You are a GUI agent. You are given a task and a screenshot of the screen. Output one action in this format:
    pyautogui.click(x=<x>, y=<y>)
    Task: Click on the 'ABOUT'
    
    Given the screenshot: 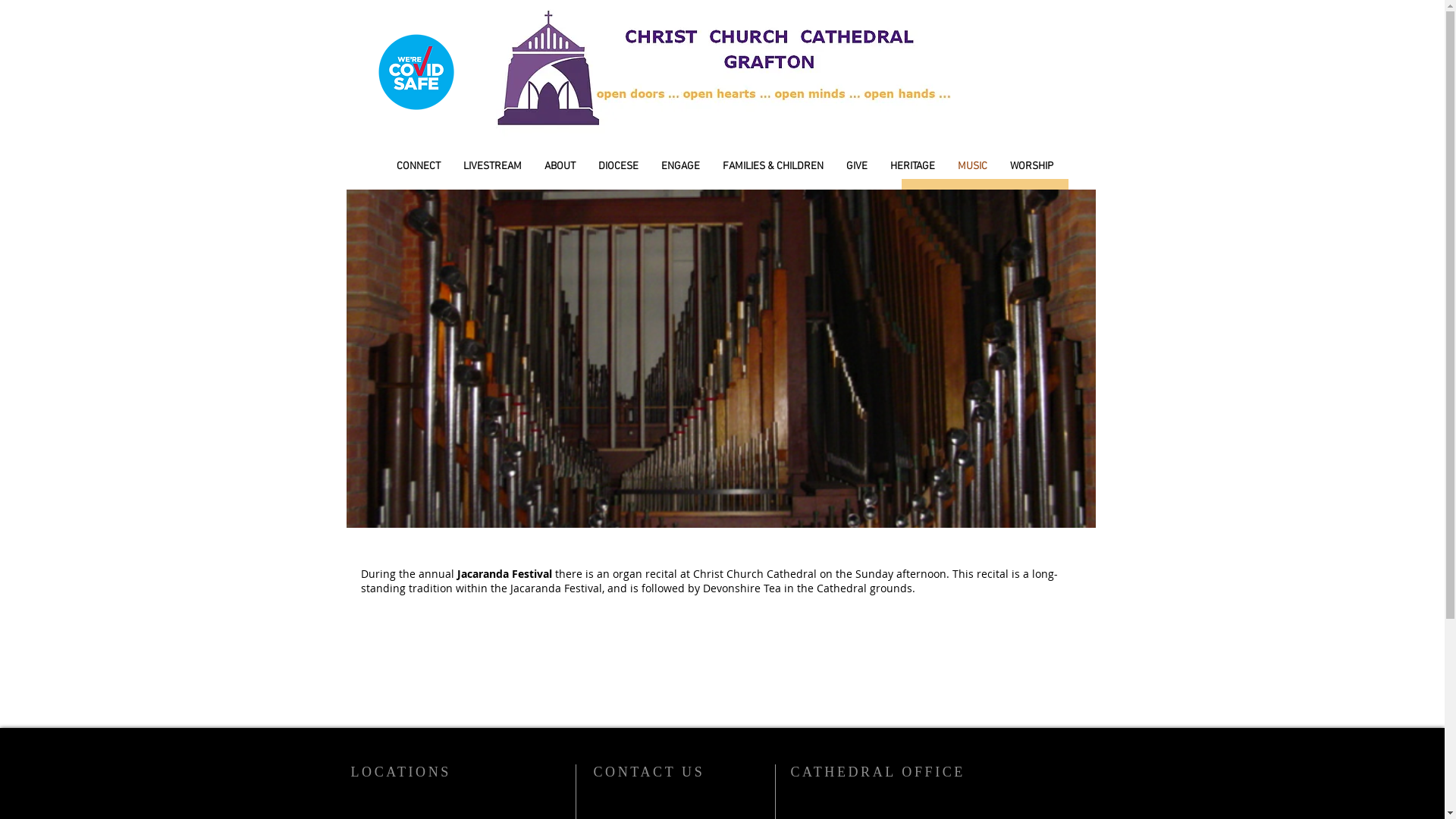 What is the action you would take?
    pyautogui.click(x=559, y=166)
    